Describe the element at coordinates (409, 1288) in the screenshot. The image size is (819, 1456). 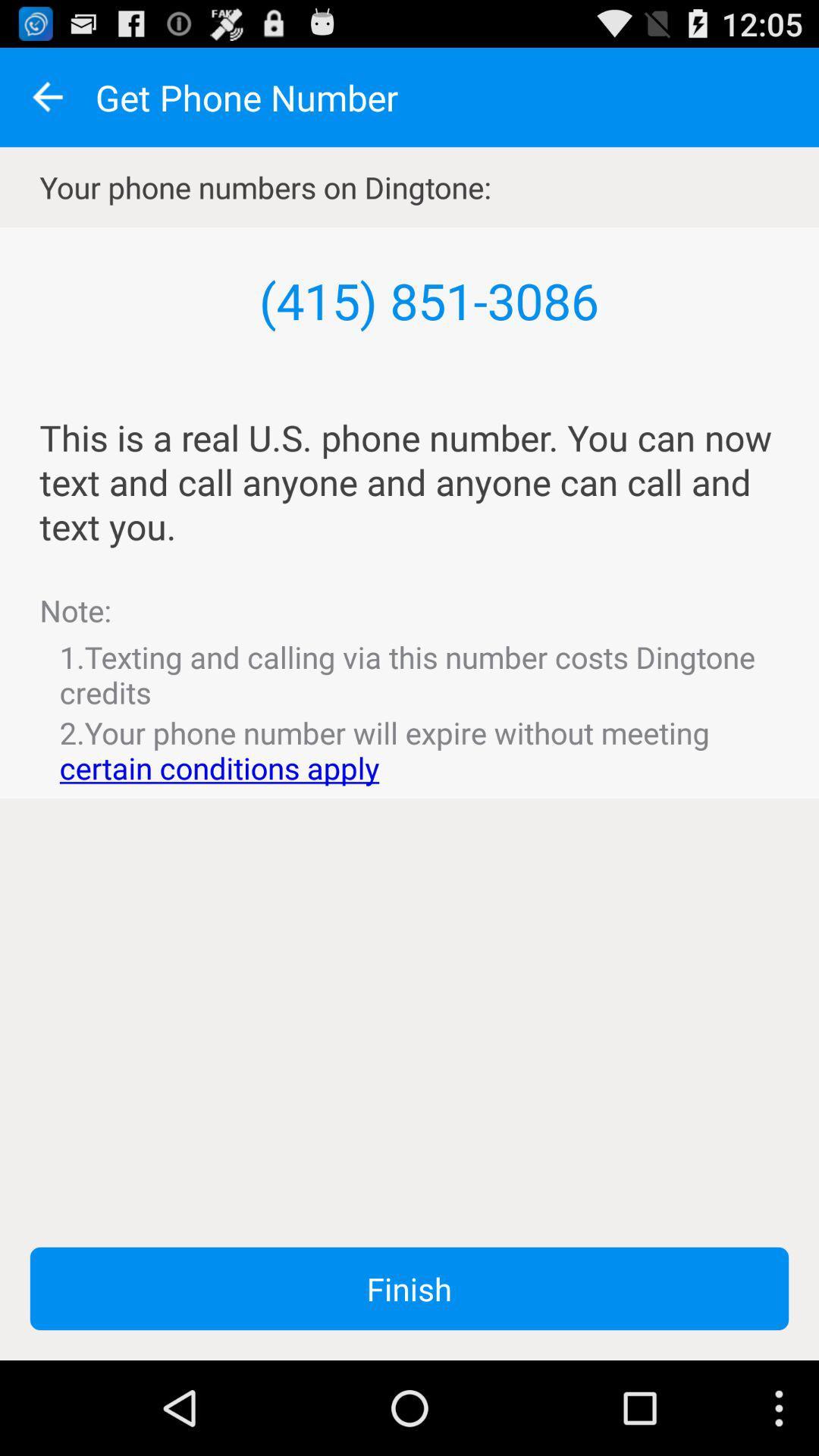
I see `finish icon` at that location.